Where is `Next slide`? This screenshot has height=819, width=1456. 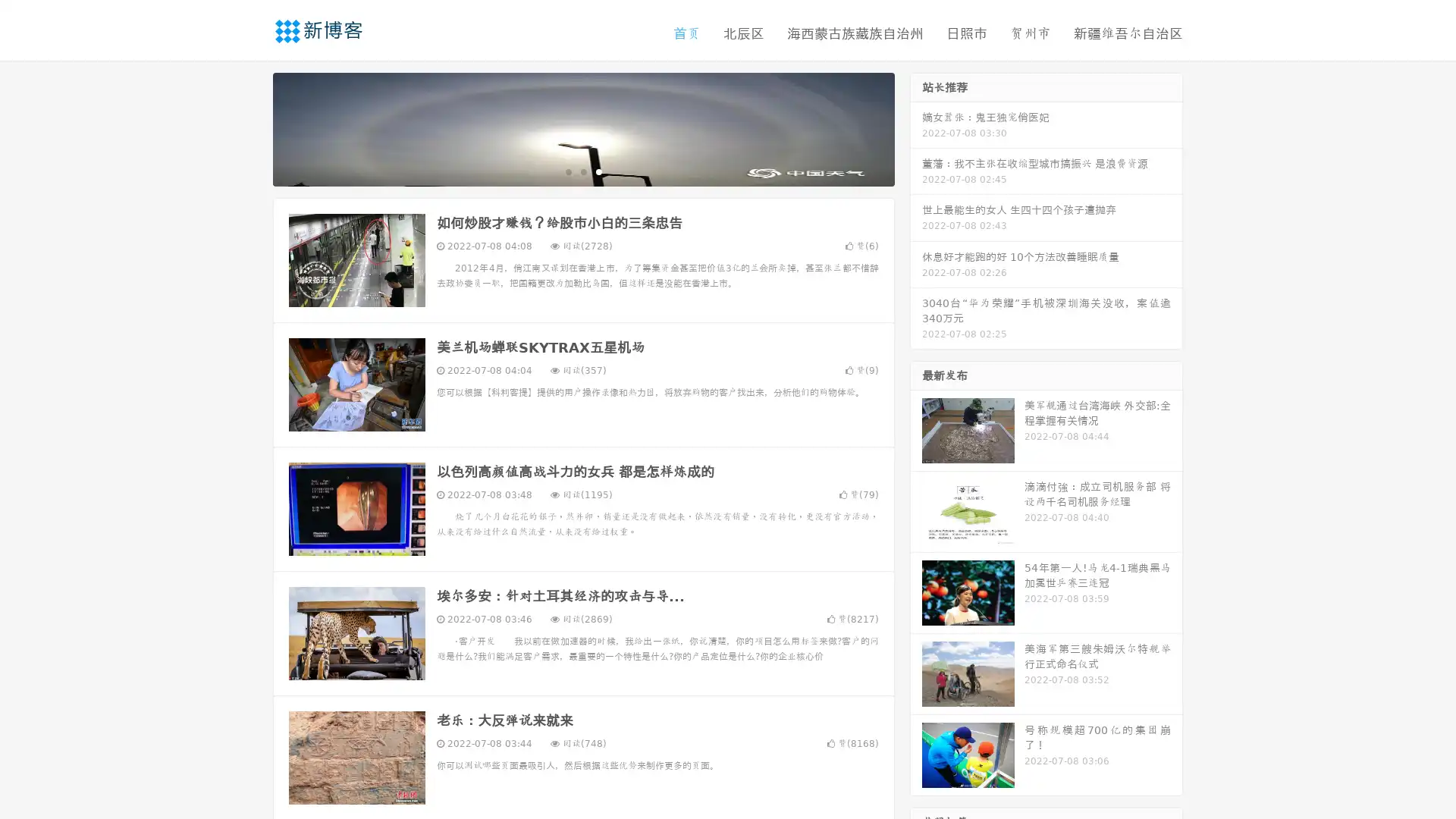 Next slide is located at coordinates (916, 127).